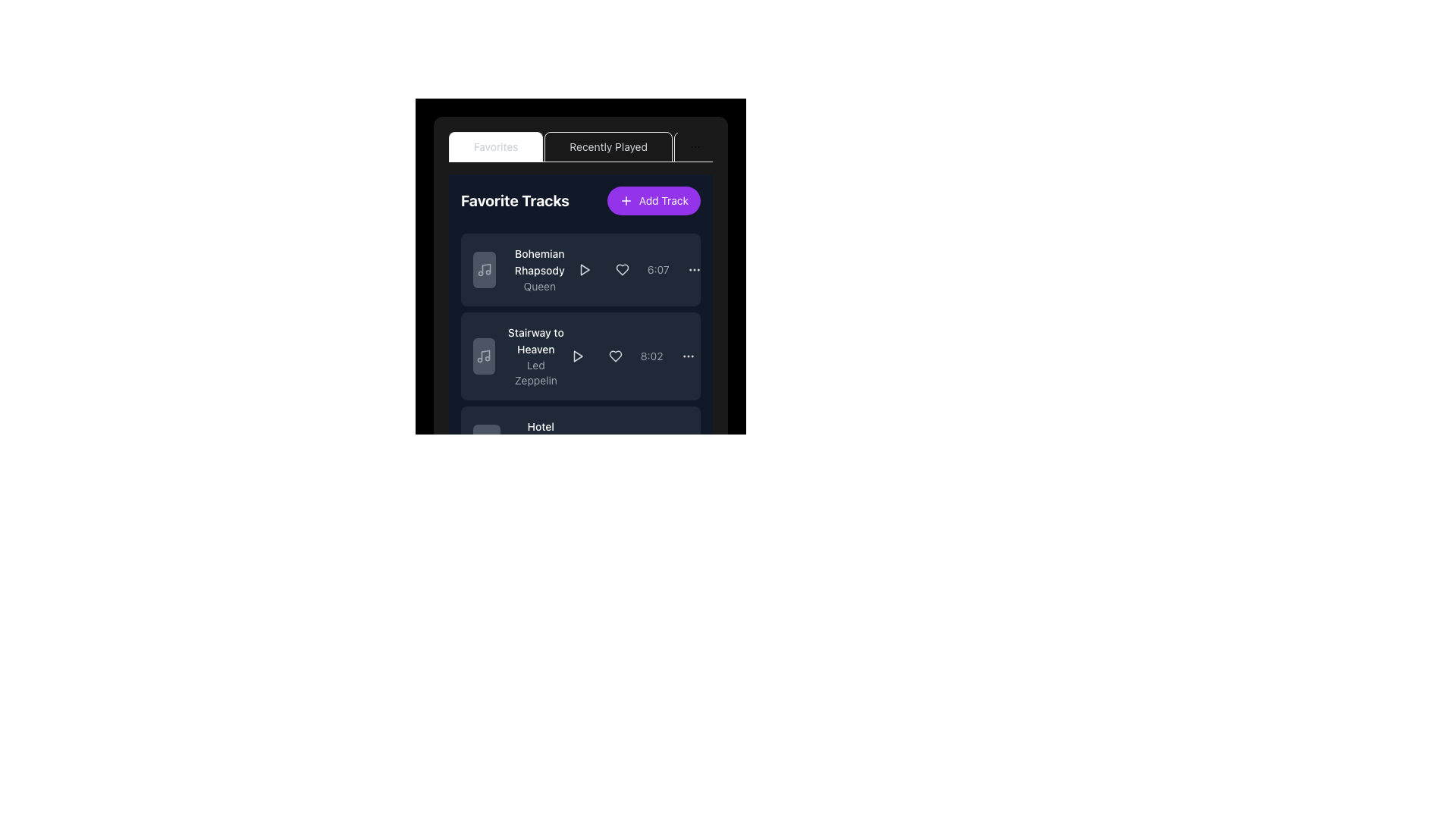 The image size is (1456, 819). What do you see at coordinates (483, 268) in the screenshot?
I see `the decorative music icon located in the top-left corner of the 'Bohemian Rhapsody' listing item card in the 'Favorite Tracks' section` at bounding box center [483, 268].